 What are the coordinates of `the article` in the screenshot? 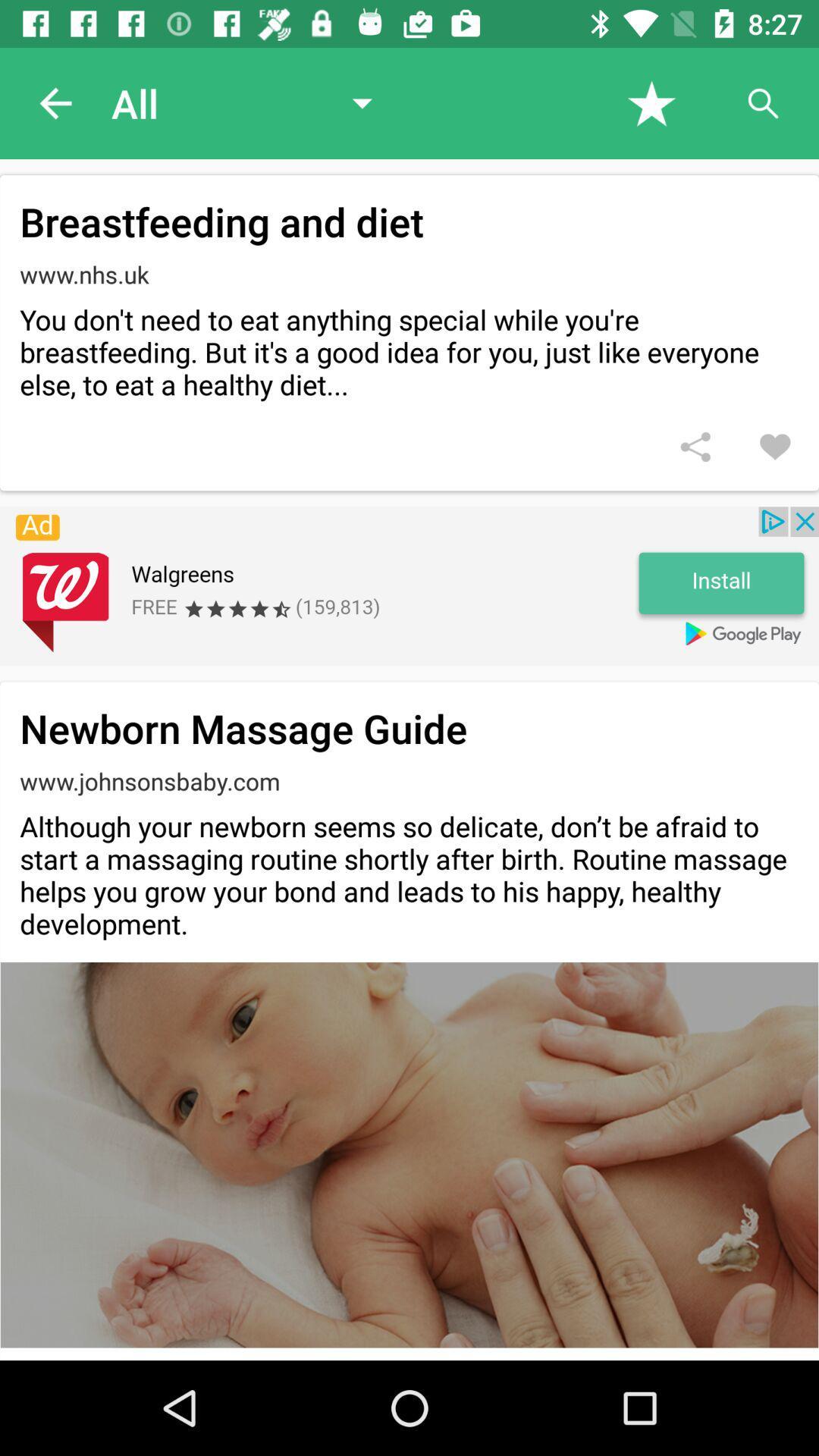 It's located at (651, 102).